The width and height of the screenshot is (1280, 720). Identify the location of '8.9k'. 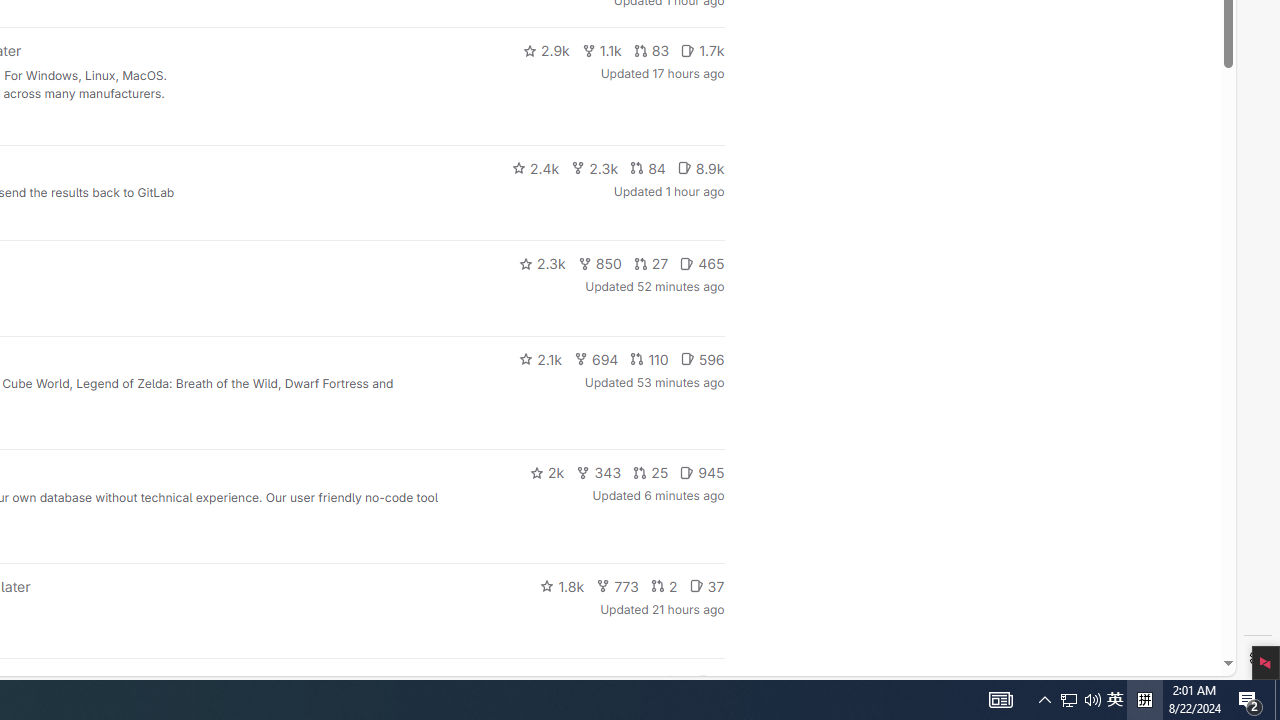
(700, 167).